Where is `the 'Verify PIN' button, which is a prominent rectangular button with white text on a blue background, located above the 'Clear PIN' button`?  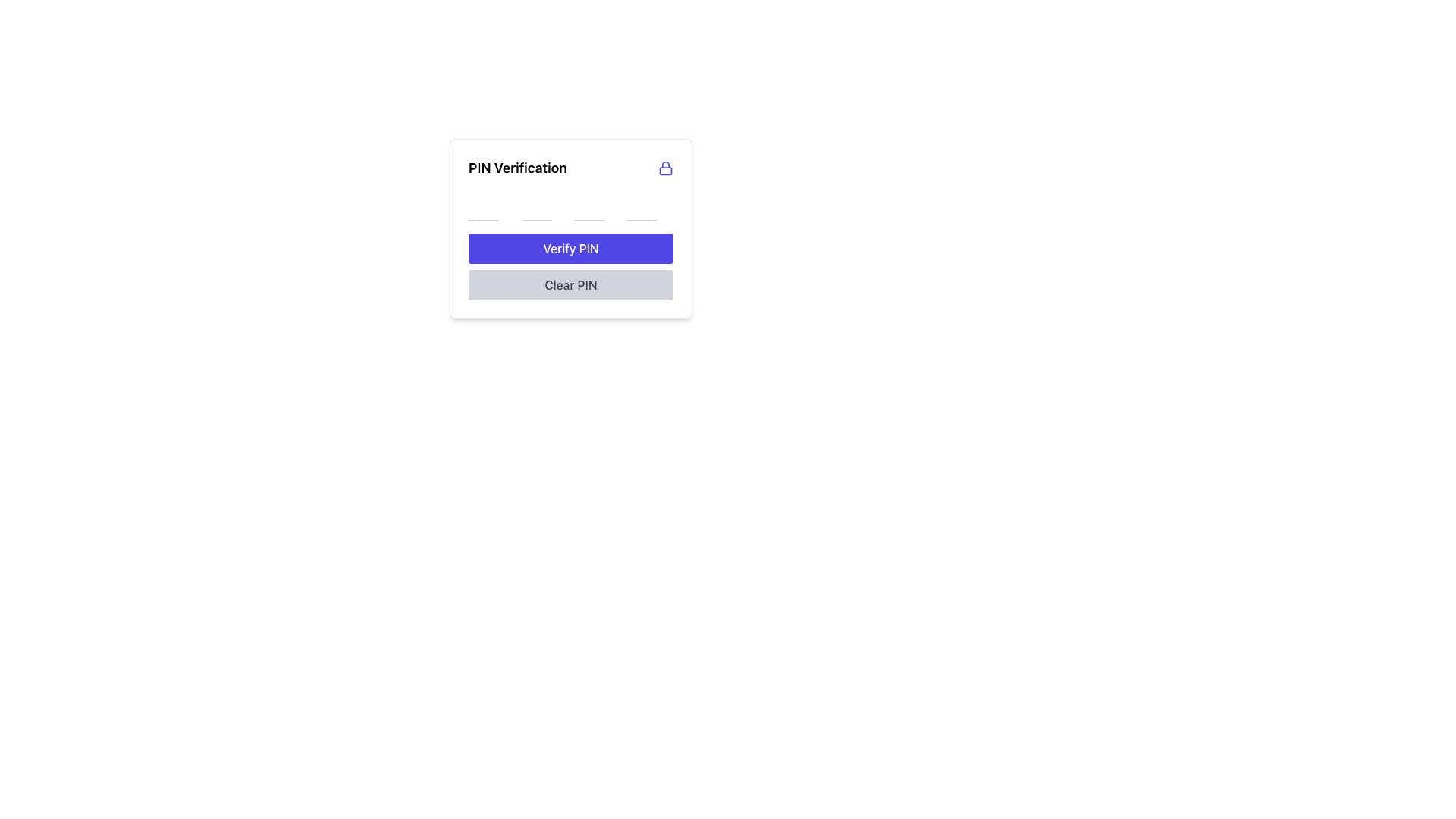 the 'Verify PIN' button, which is a prominent rectangular button with white text on a blue background, located above the 'Clear PIN' button is located at coordinates (570, 247).